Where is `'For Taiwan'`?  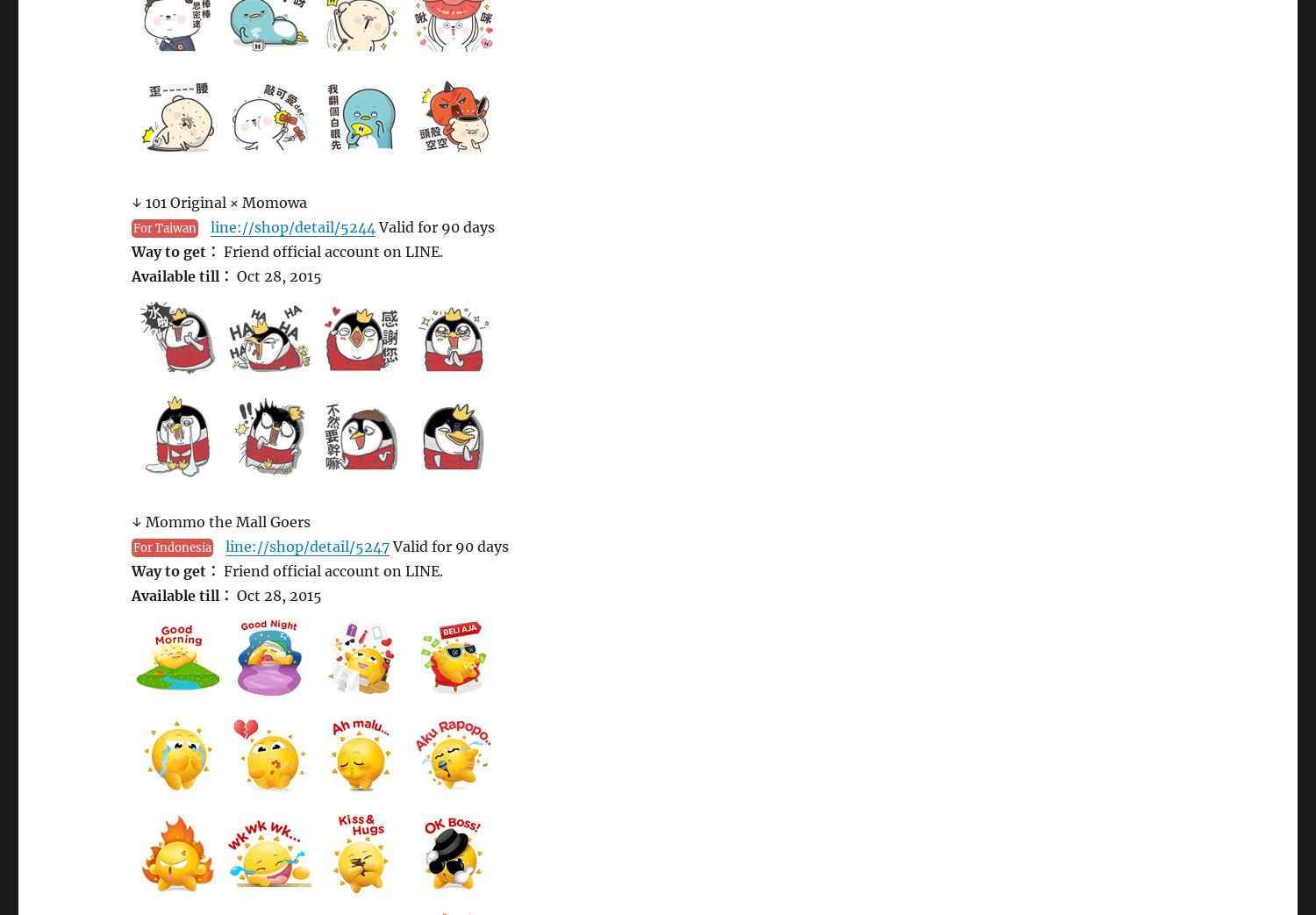 'For Taiwan' is located at coordinates (164, 228).